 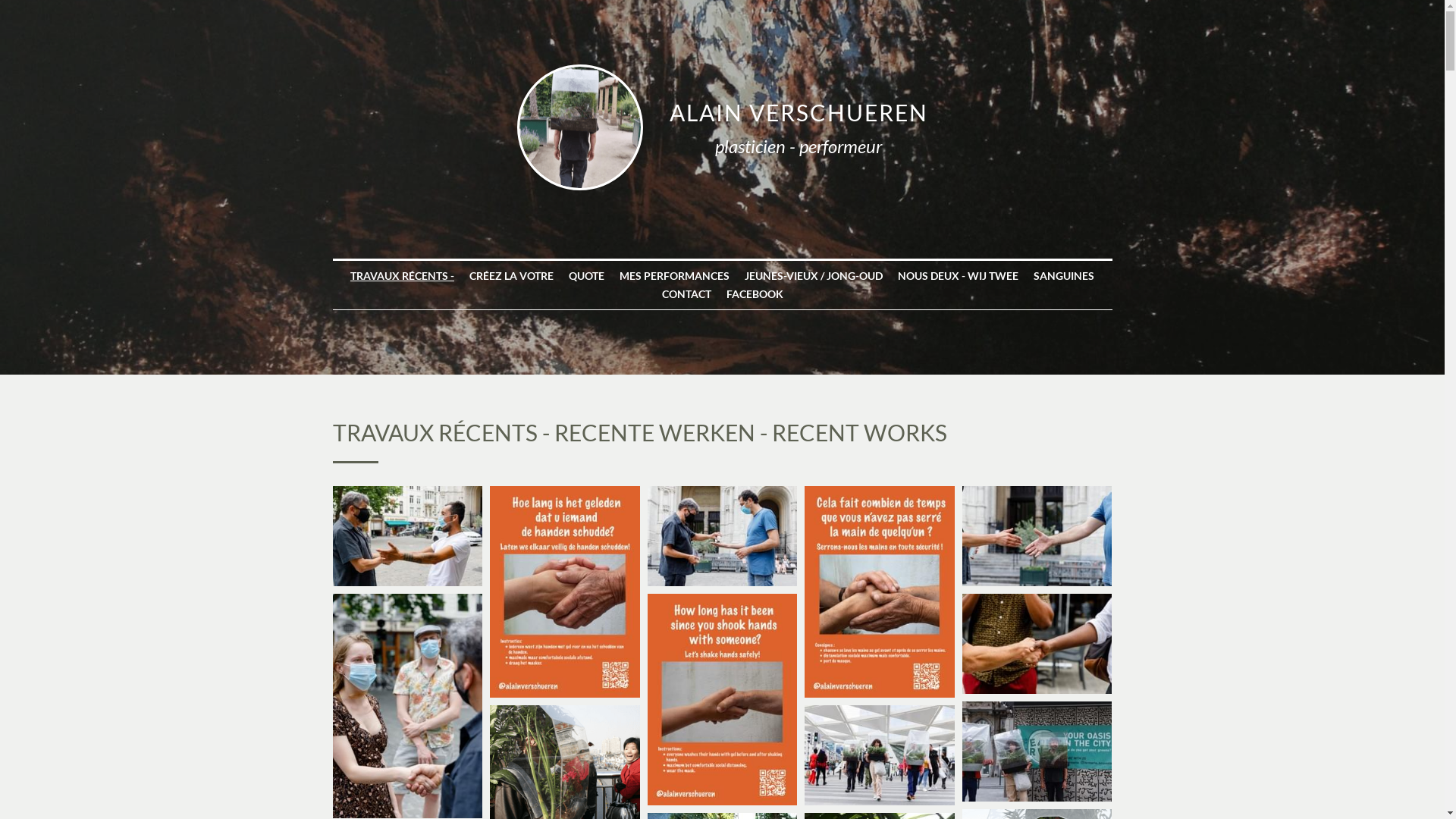 What do you see at coordinates (673, 275) in the screenshot?
I see `'MES PERFORMANCES'` at bounding box center [673, 275].